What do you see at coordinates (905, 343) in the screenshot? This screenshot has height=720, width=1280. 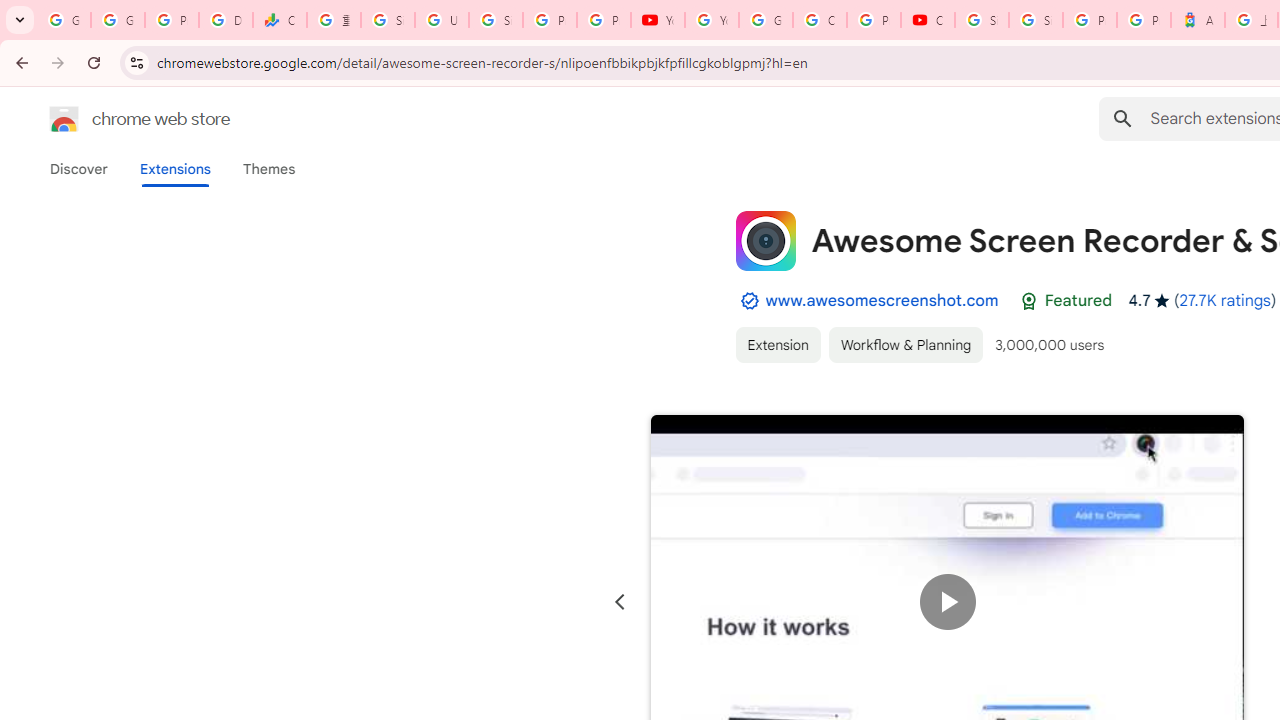 I see `'Workflow & Planning'` at bounding box center [905, 343].